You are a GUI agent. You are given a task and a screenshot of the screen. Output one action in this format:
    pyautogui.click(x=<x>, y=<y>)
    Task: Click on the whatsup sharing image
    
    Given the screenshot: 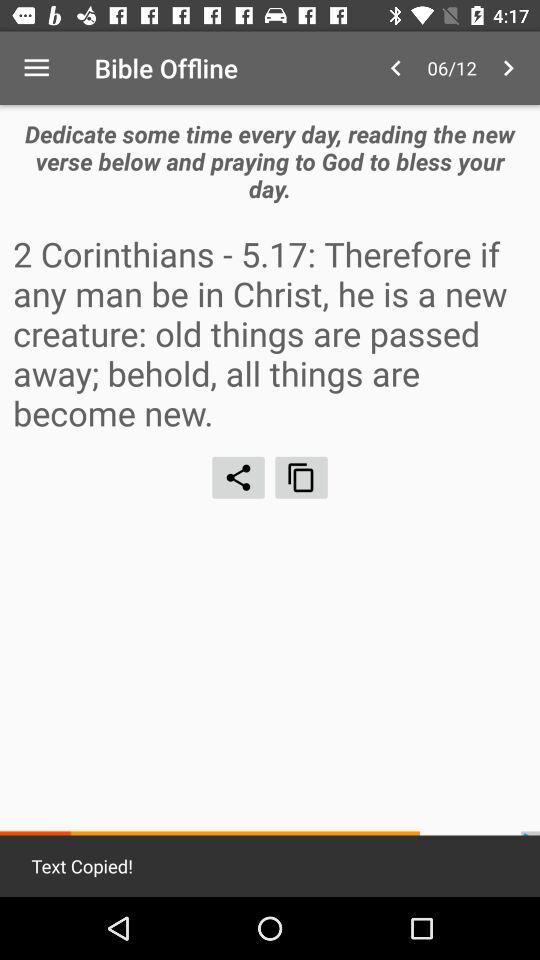 What is the action you would take?
    pyautogui.click(x=238, y=477)
    